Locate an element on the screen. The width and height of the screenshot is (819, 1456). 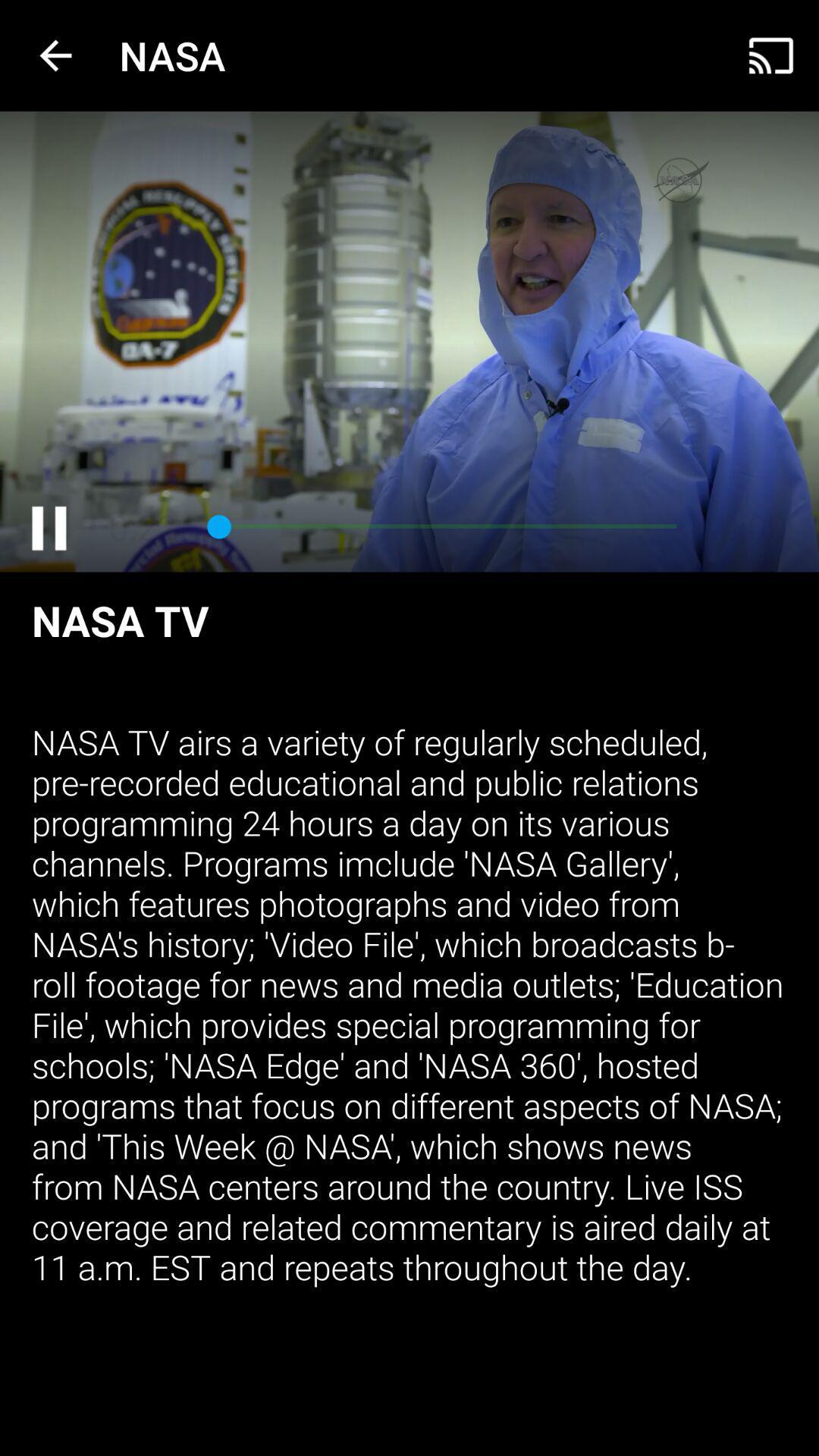
the pause icon is located at coordinates (48, 527).